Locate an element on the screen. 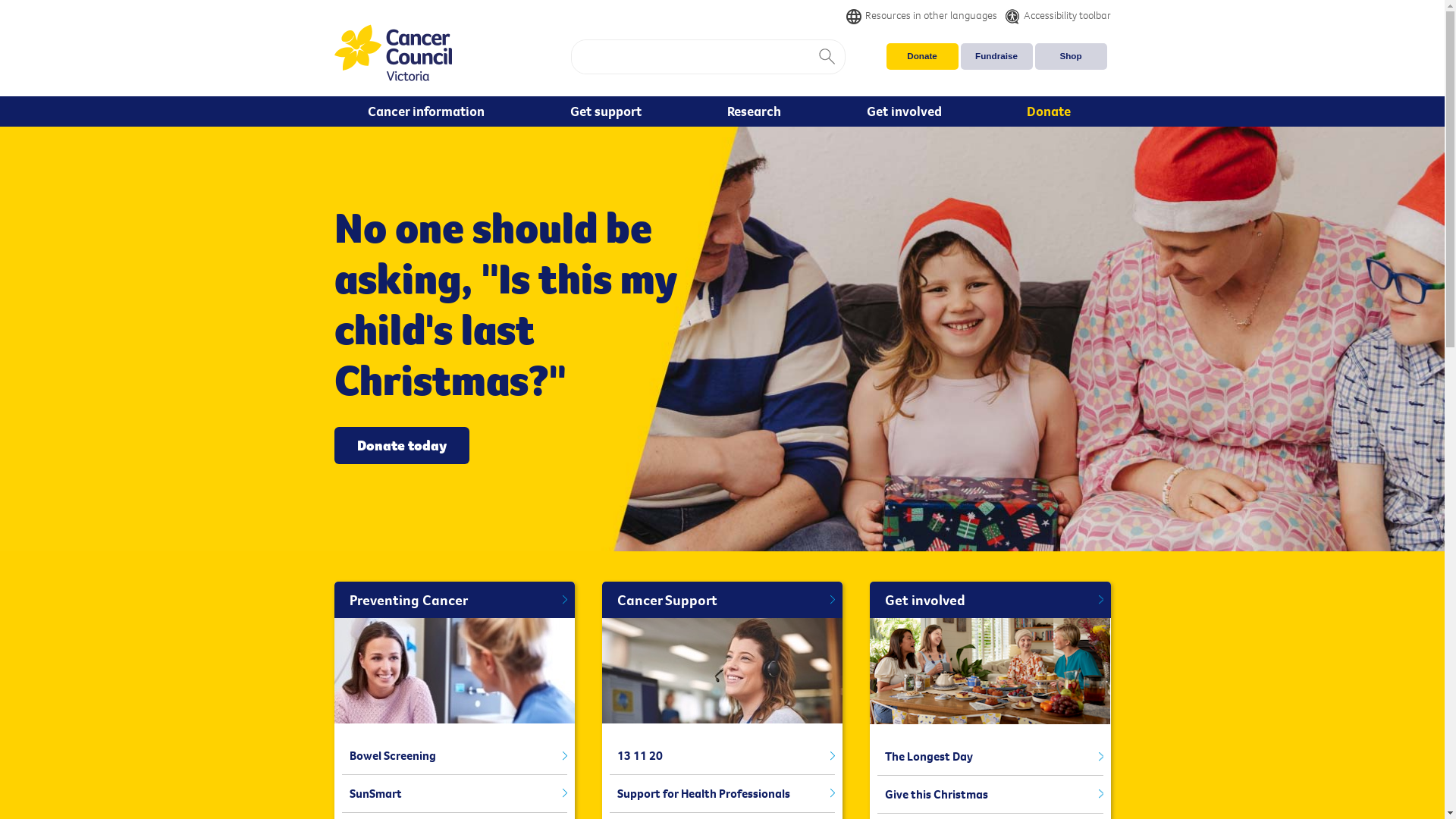 This screenshot has height=819, width=1456. 'Accessibility toolbar' is located at coordinates (1052, 14).